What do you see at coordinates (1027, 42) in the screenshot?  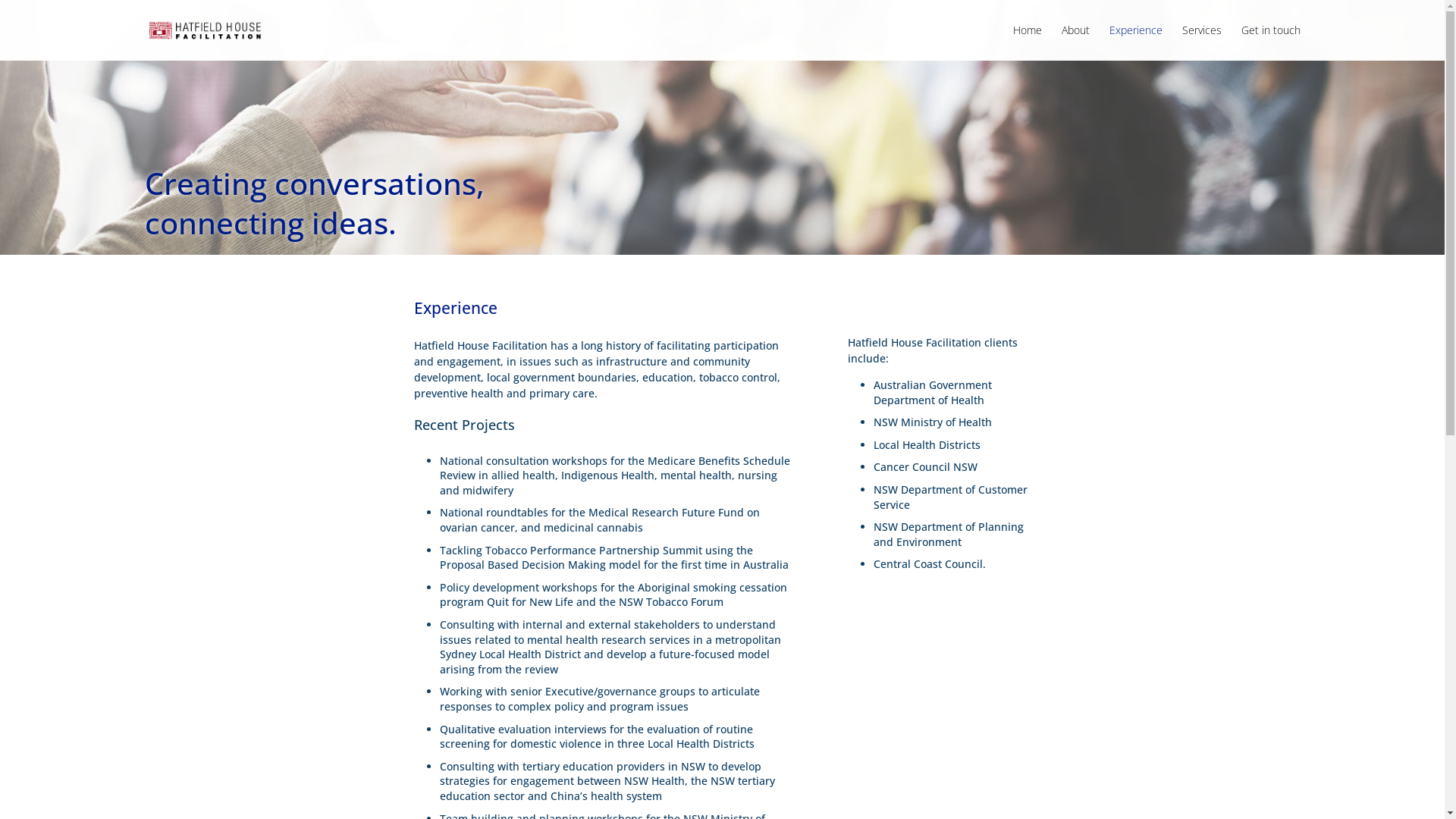 I see `'Home'` at bounding box center [1027, 42].